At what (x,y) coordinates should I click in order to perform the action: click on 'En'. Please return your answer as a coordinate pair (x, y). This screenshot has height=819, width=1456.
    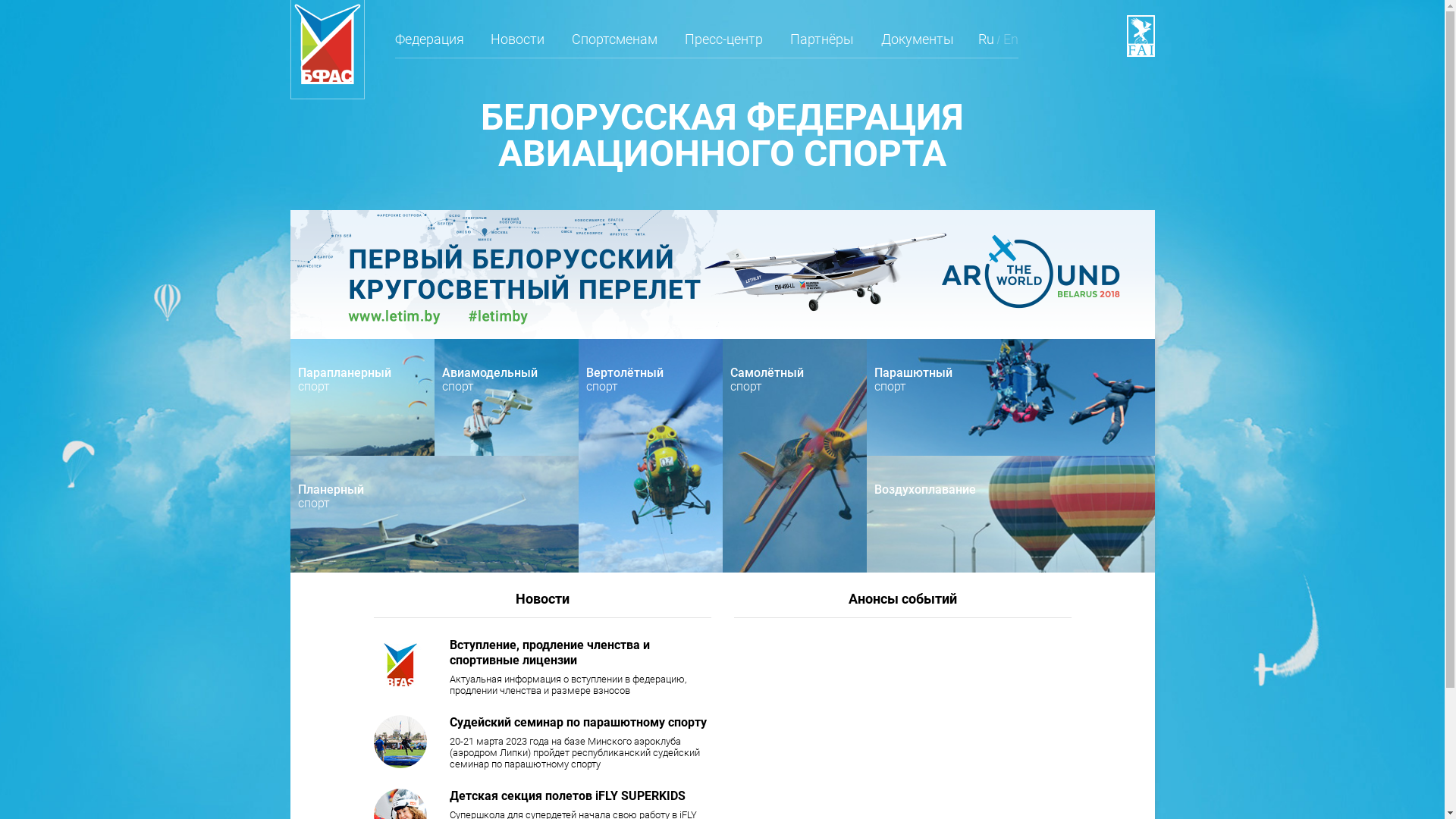
    Looking at the image, I should click on (1003, 44).